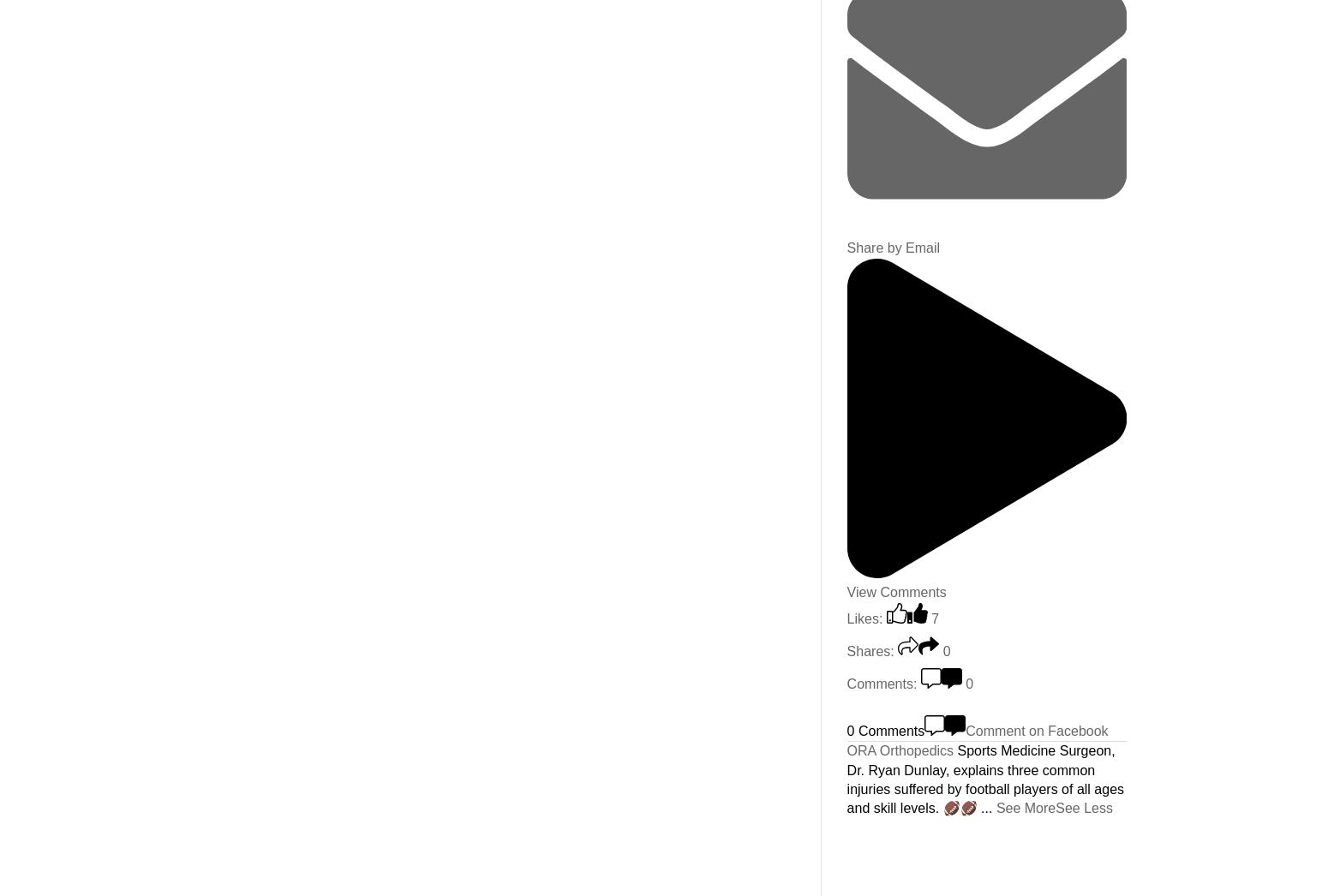 The width and height of the screenshot is (1328, 896). I want to click on '7', so click(930, 618).